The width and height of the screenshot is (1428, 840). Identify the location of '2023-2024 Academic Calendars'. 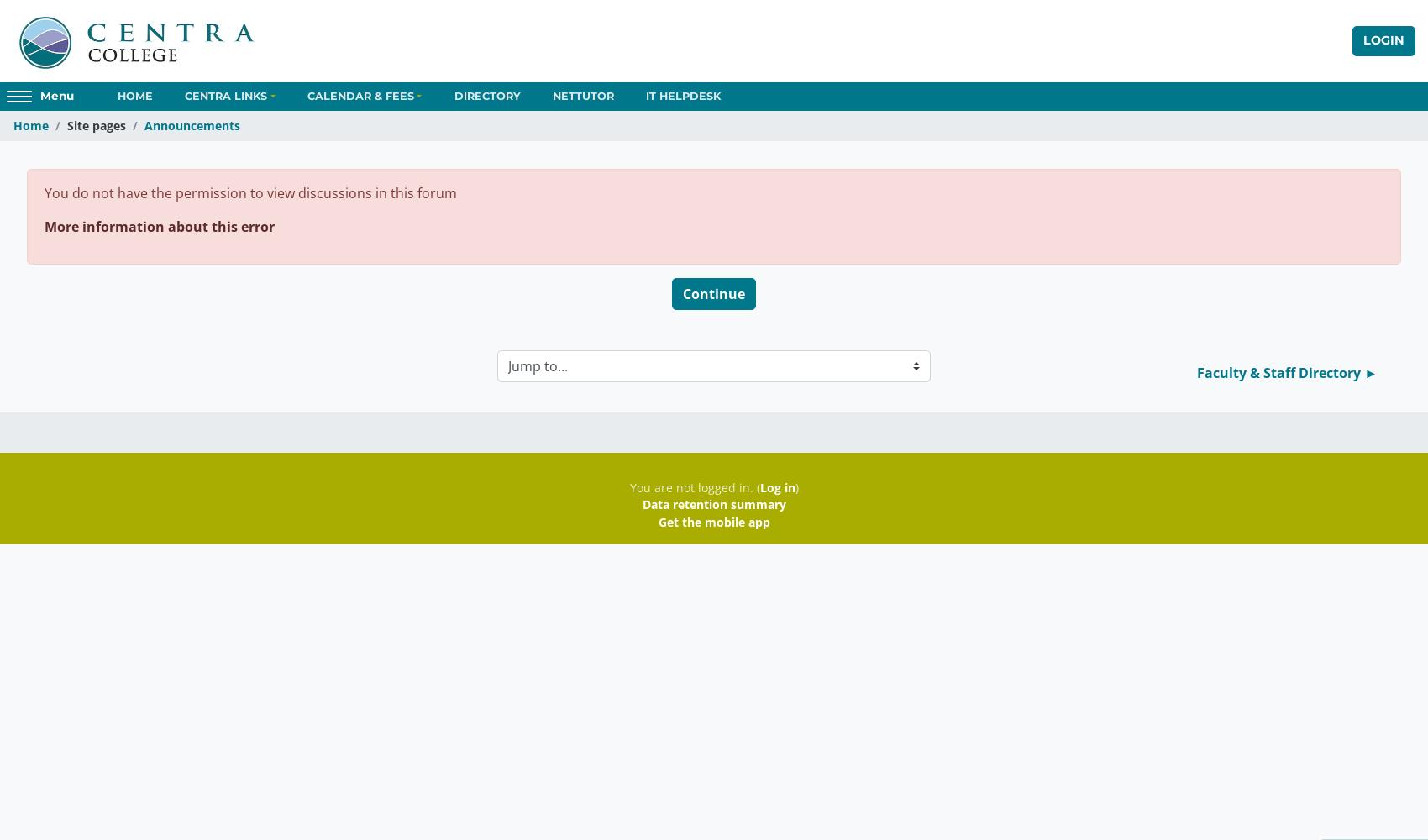
(371, 187).